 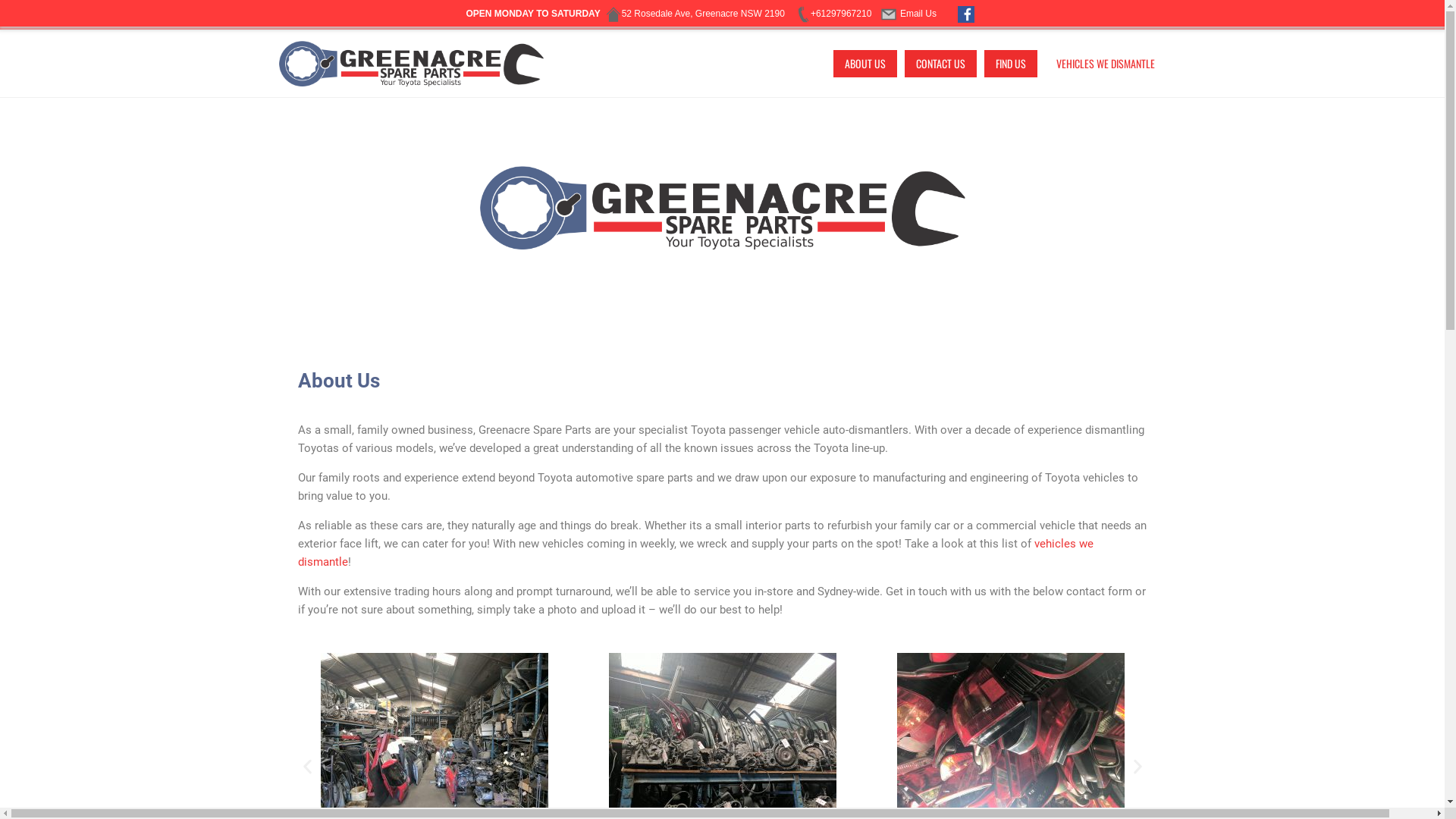 I want to click on 'ABOUT US', so click(x=864, y=63).